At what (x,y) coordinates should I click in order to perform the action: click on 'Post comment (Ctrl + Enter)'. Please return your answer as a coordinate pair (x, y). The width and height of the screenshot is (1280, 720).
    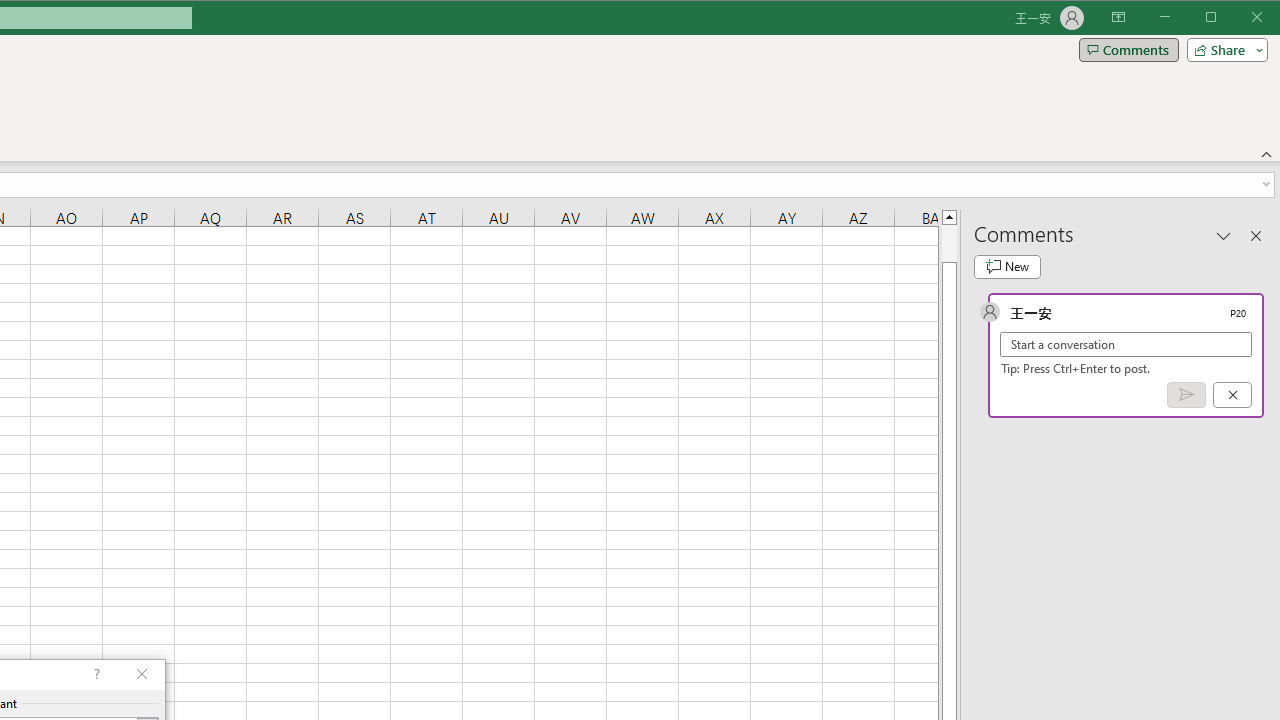
    Looking at the image, I should click on (1186, 395).